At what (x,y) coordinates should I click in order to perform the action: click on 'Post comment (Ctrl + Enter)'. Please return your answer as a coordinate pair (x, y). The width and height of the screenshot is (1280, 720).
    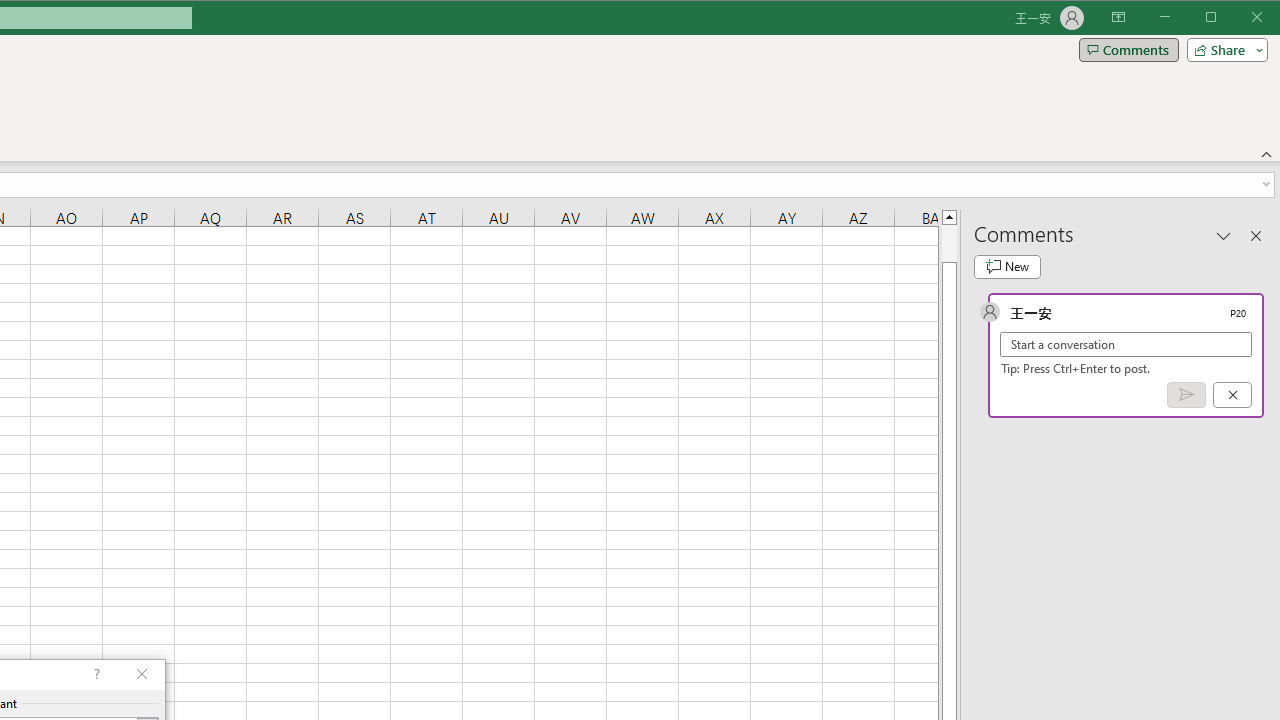
    Looking at the image, I should click on (1186, 395).